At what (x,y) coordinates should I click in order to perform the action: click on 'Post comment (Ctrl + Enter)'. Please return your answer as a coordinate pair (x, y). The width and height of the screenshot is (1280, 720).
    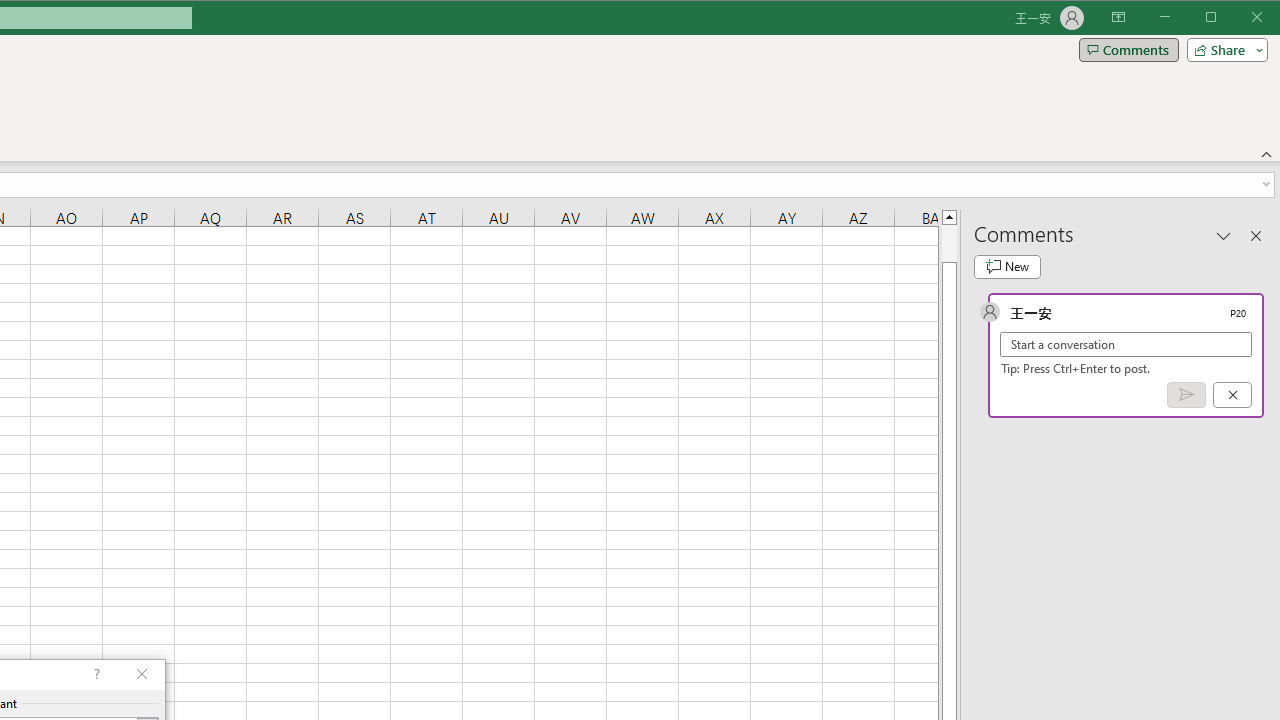
    Looking at the image, I should click on (1186, 395).